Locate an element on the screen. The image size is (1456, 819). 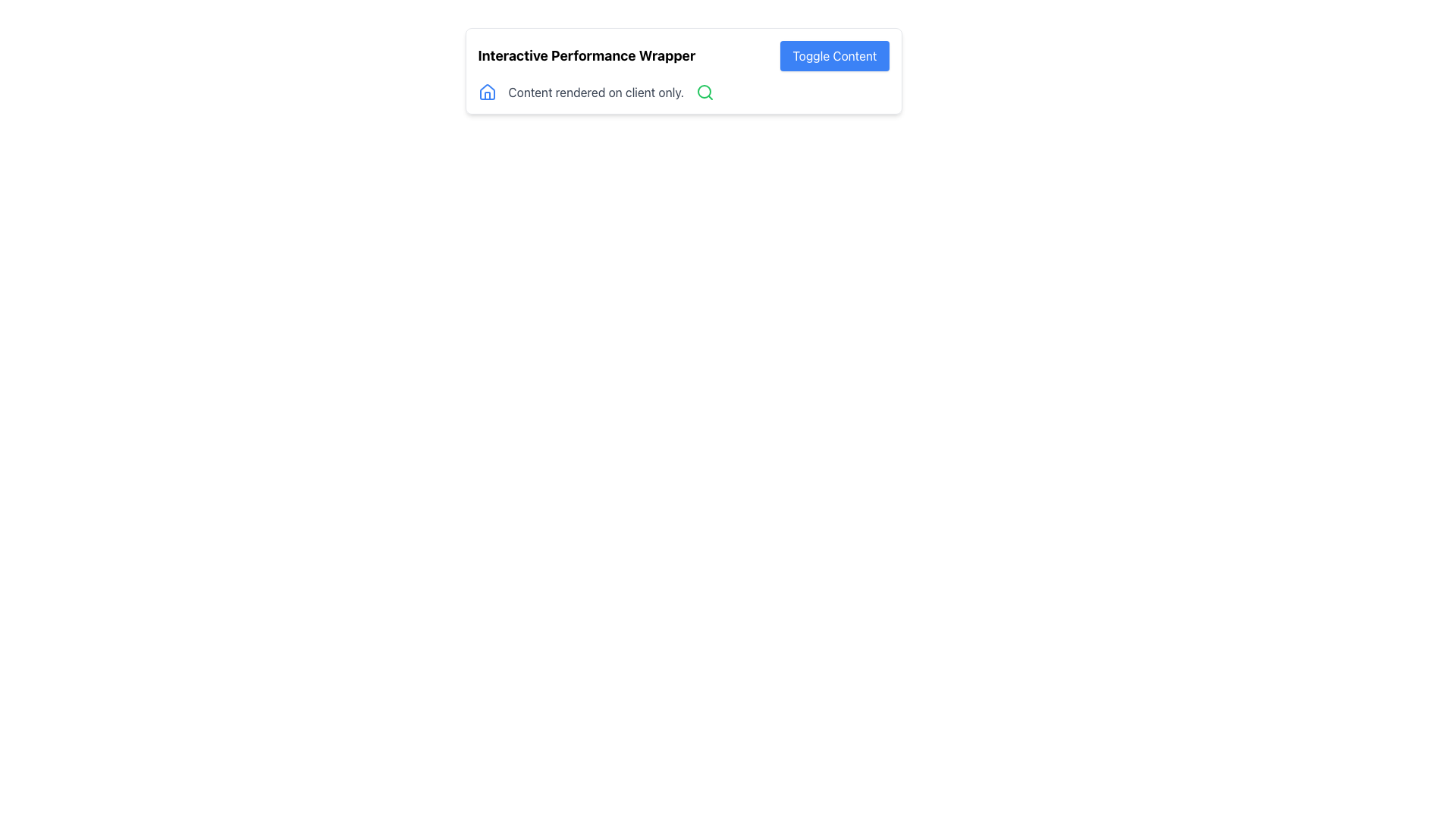
the blue stroke minimalist house icon located to the left of the 'Content rendered on client only.' text is located at coordinates (487, 93).